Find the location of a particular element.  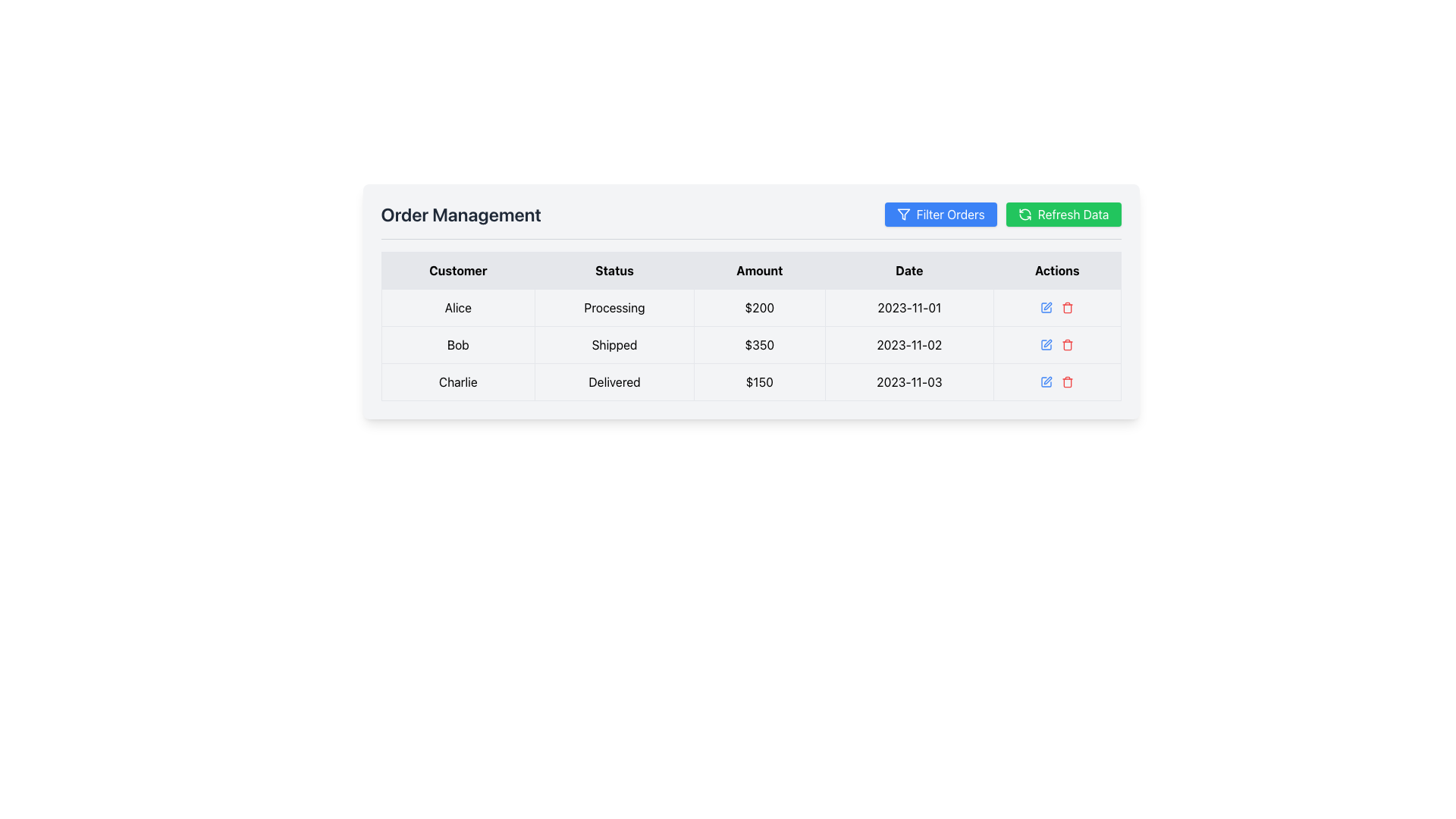

the status label indicating the order status for the customer 'Charlie', which shows that the order is delivered is located at coordinates (614, 381).